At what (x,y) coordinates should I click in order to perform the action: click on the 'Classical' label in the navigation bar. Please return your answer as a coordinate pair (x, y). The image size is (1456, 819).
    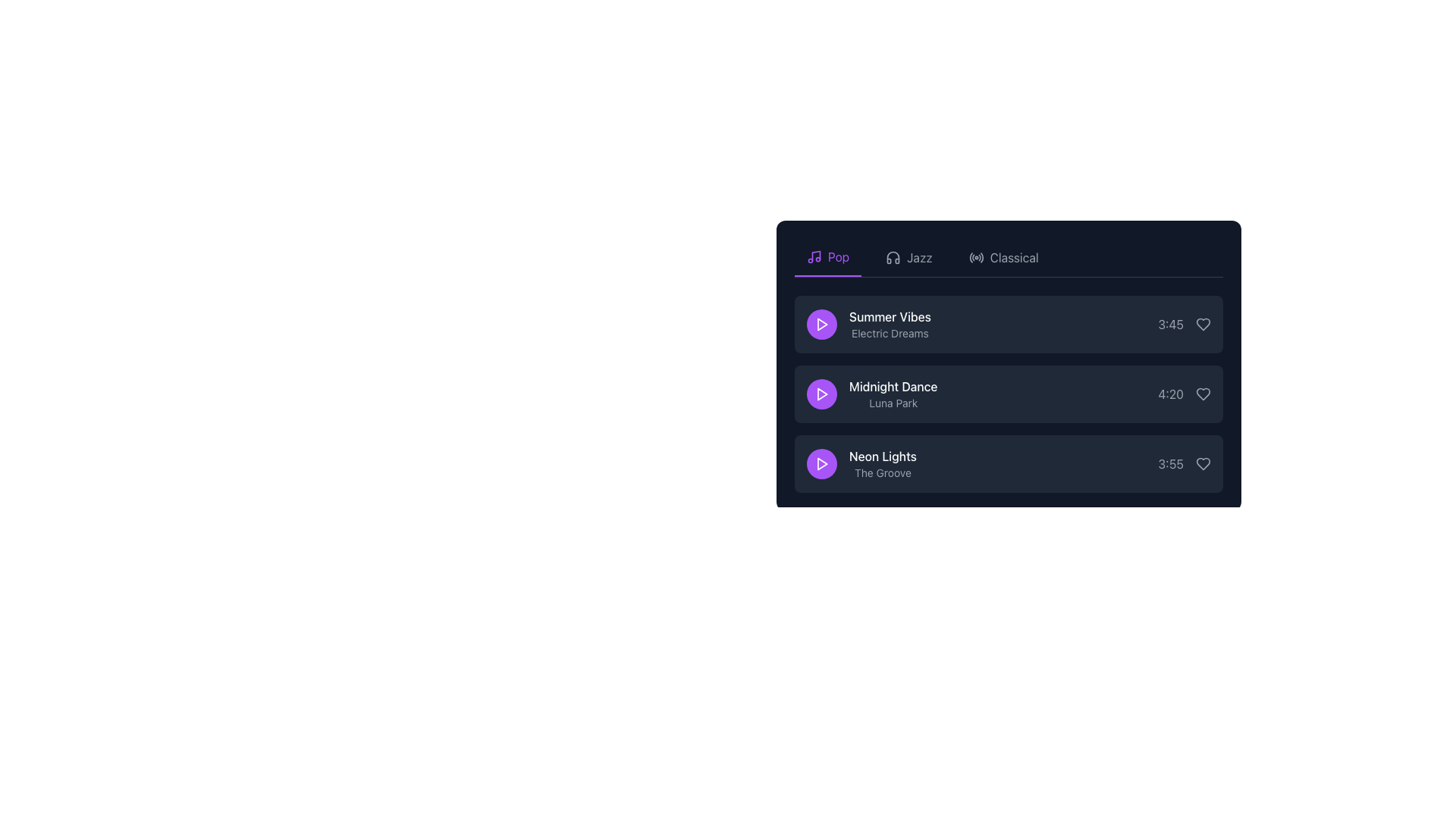
    Looking at the image, I should click on (1014, 256).